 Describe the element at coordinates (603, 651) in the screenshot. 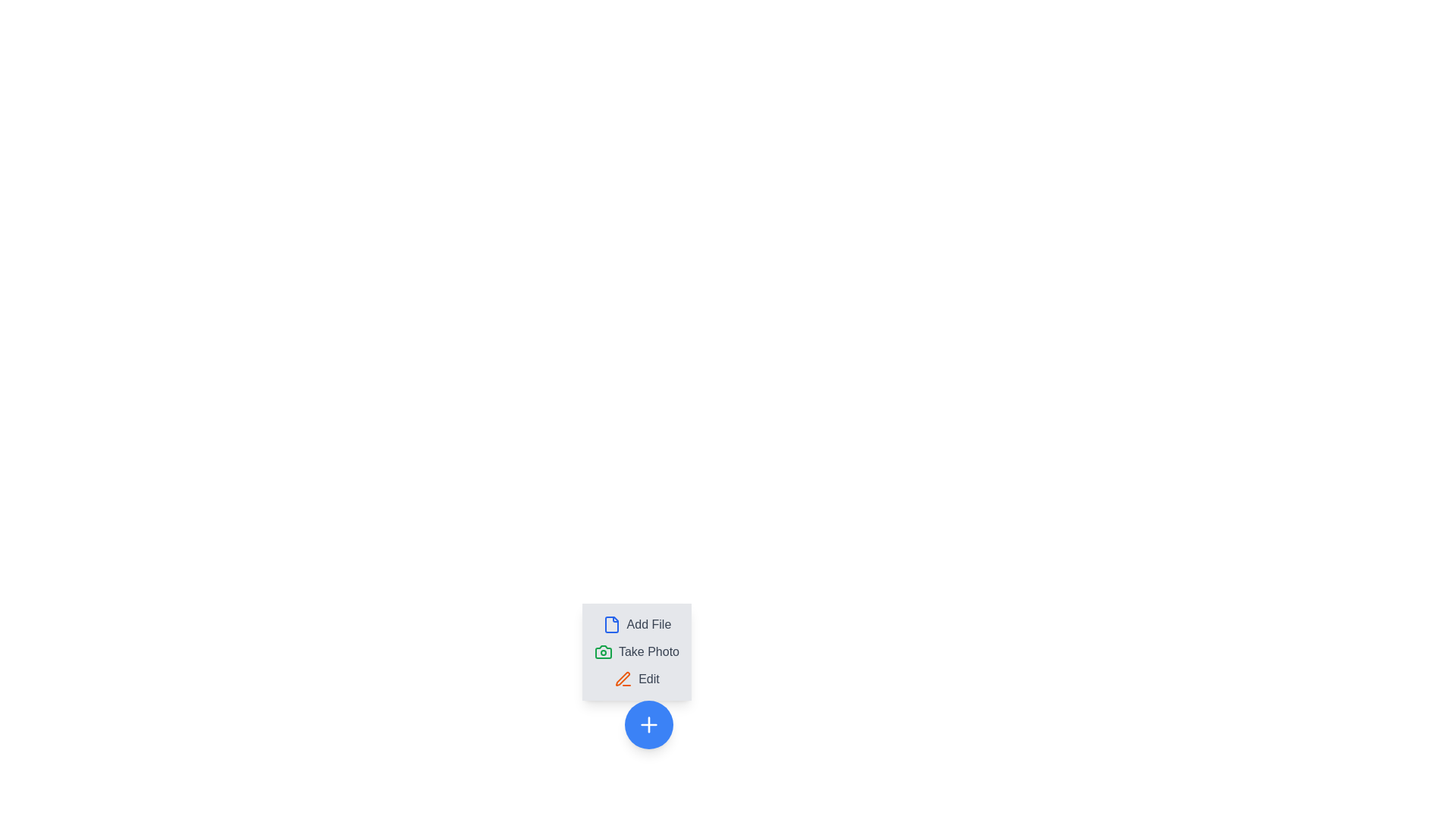

I see `the camera icon with a green outline located to the left of the 'Take Photo' button in the menu list` at that location.